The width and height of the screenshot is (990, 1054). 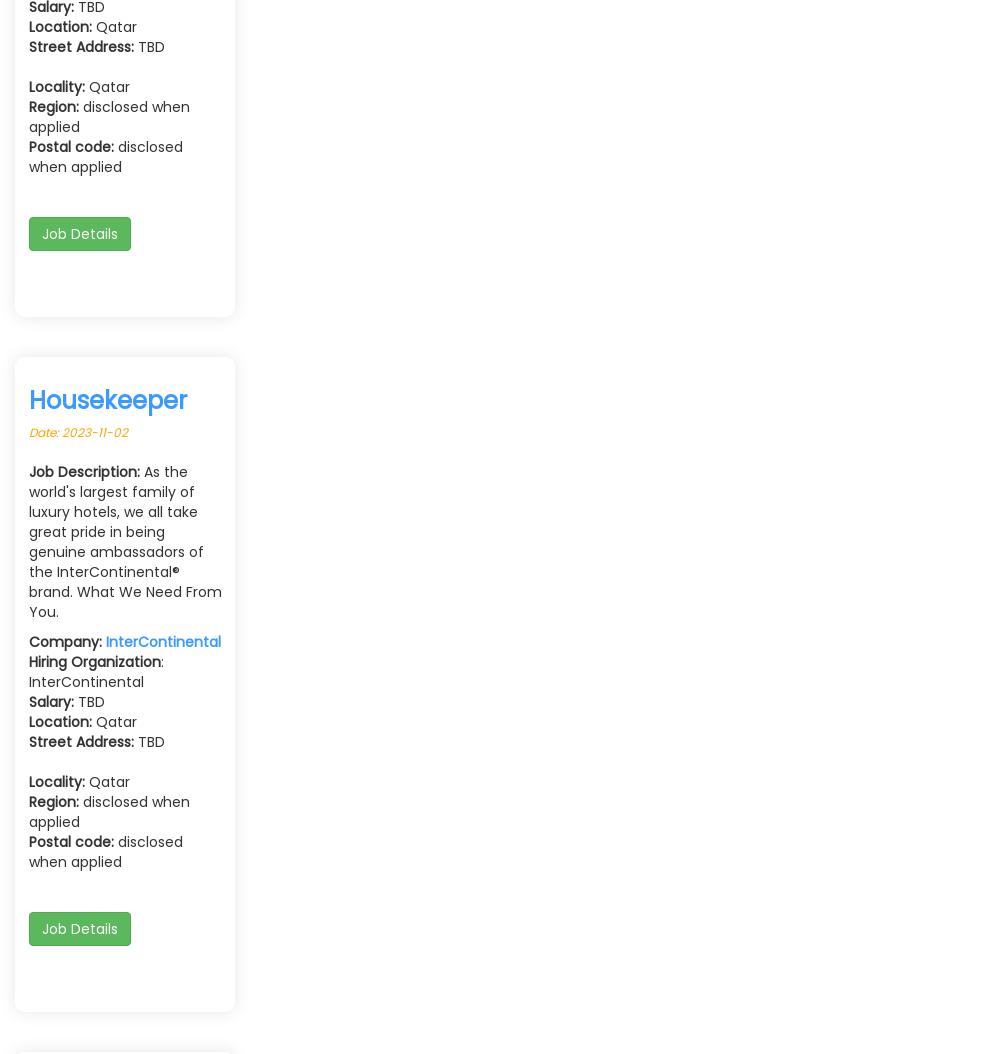 I want to click on 'Hiring Organization', so click(x=95, y=660).